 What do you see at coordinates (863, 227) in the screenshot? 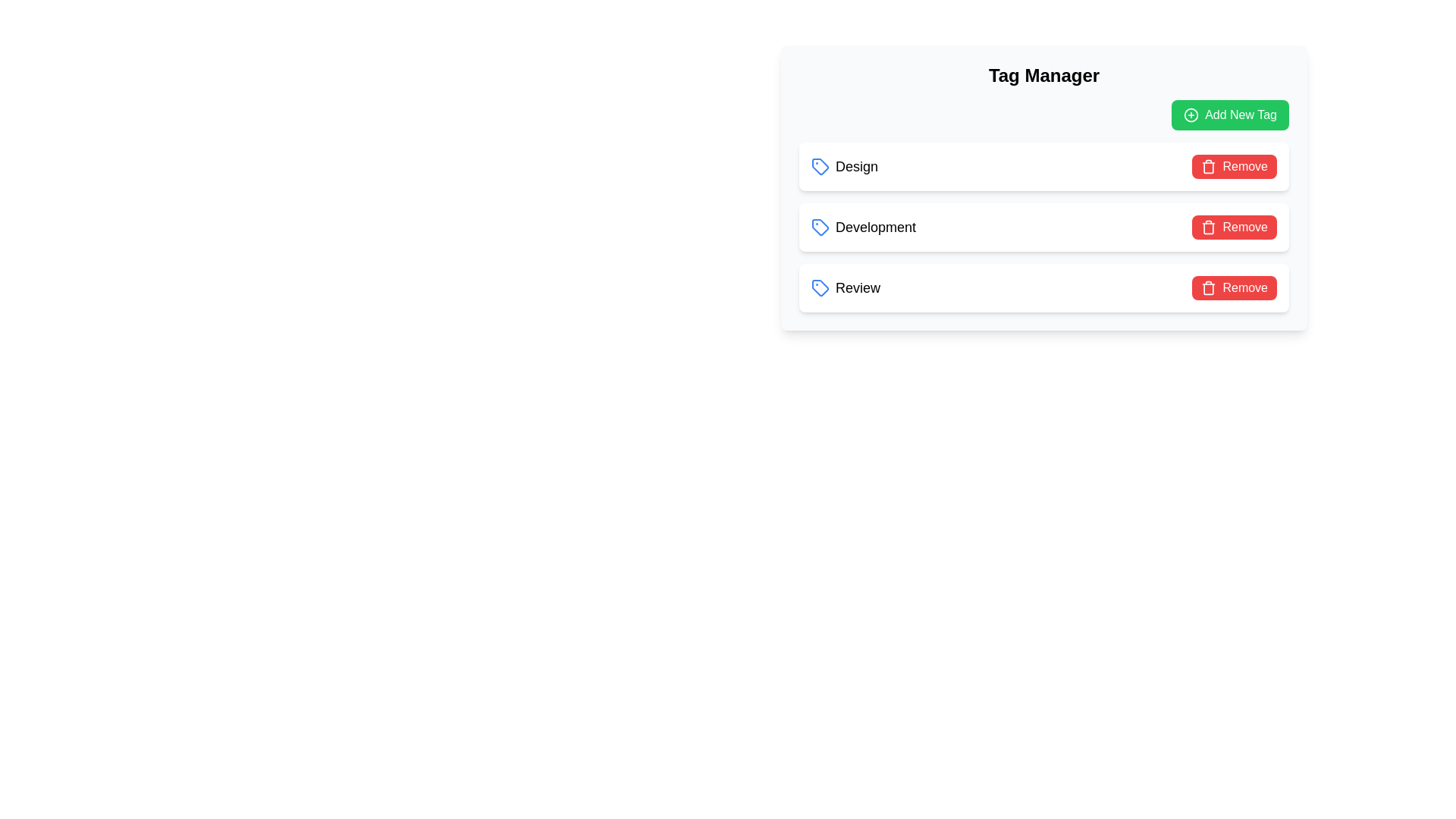
I see `the 'Development' tag label, which is the middle element in a vertical stack of three tags in the tag manager interface` at bounding box center [863, 227].